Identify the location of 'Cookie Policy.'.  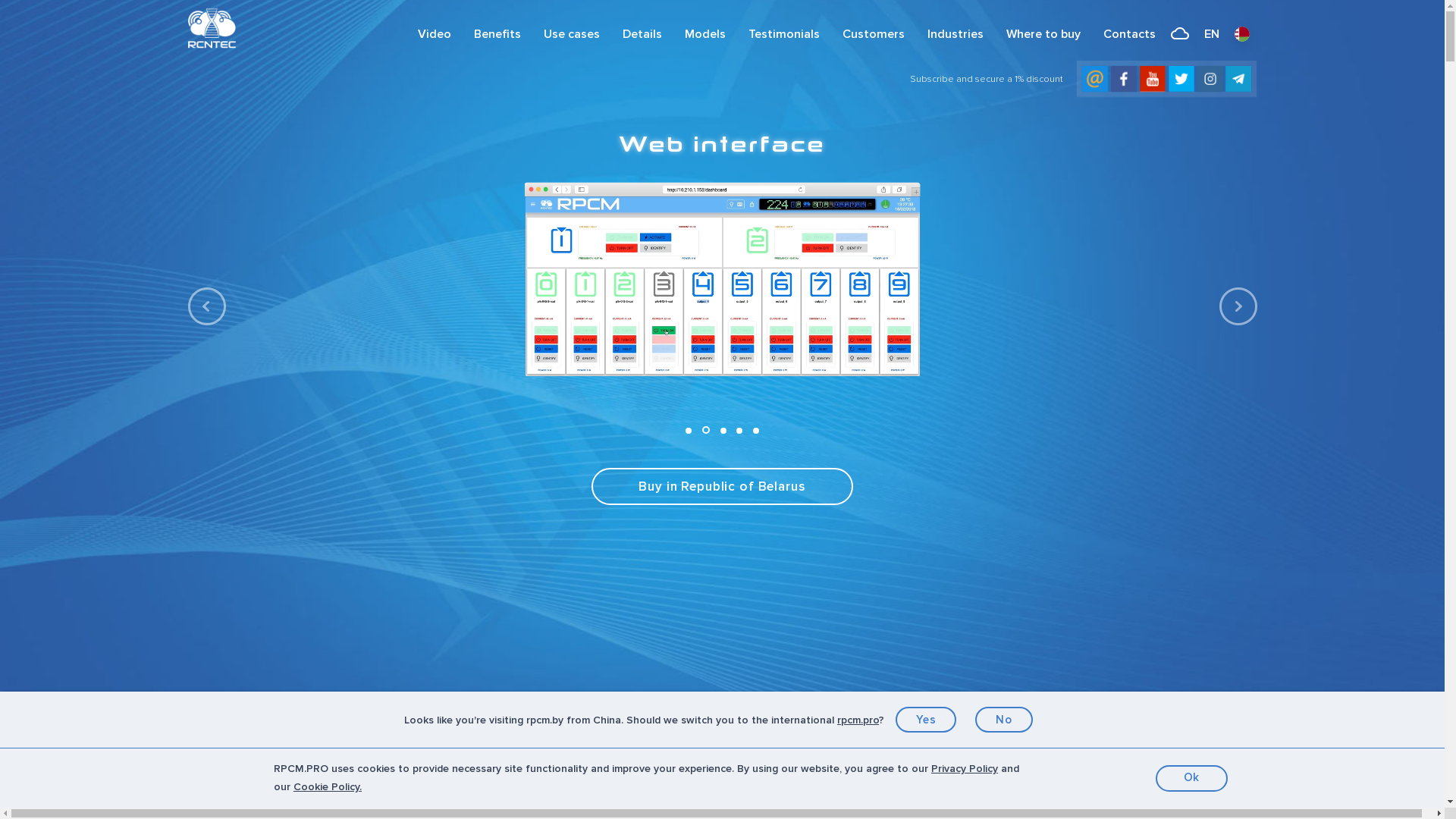
(327, 786).